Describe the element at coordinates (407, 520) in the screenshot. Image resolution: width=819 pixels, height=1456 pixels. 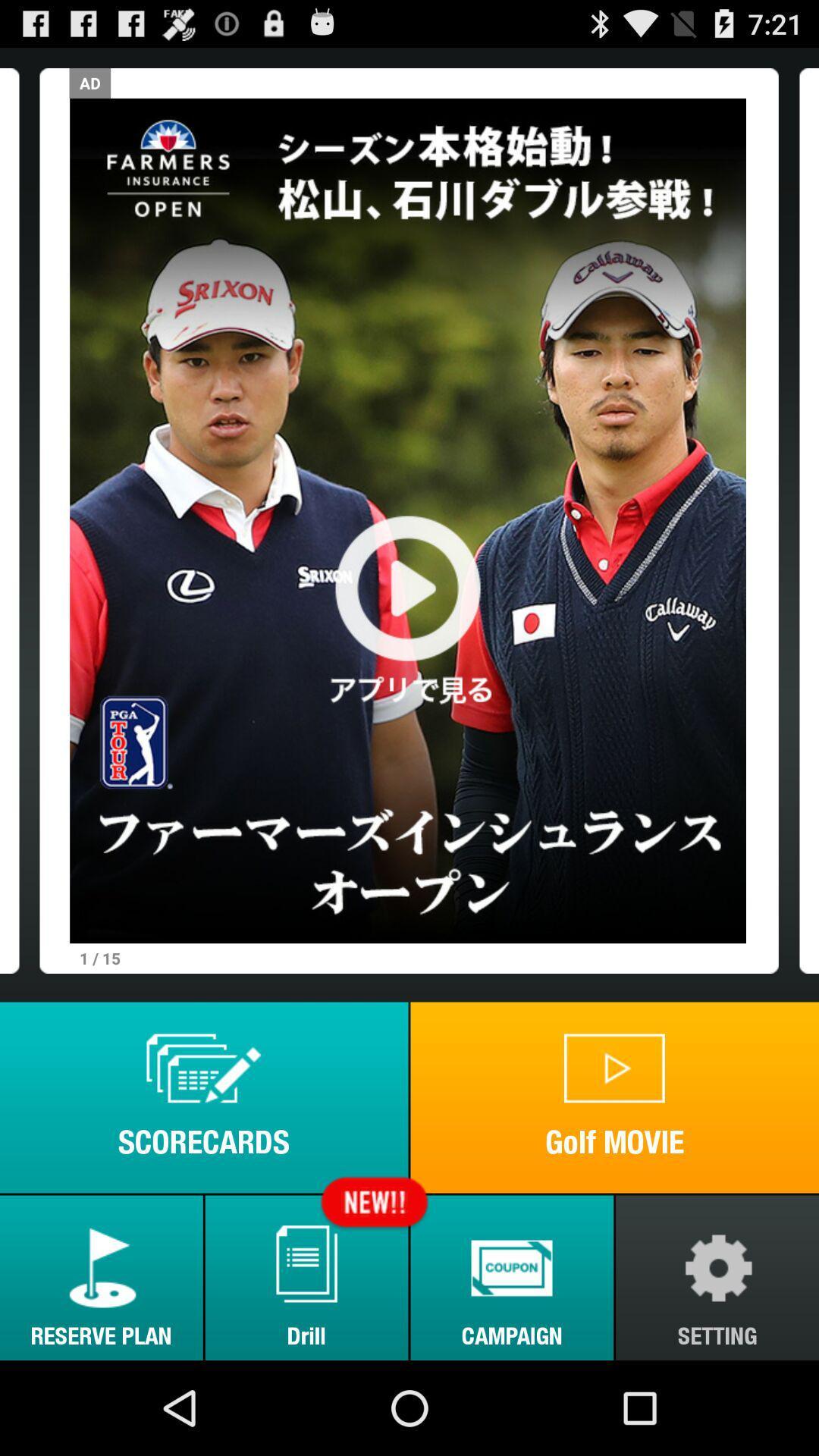
I see `video` at that location.